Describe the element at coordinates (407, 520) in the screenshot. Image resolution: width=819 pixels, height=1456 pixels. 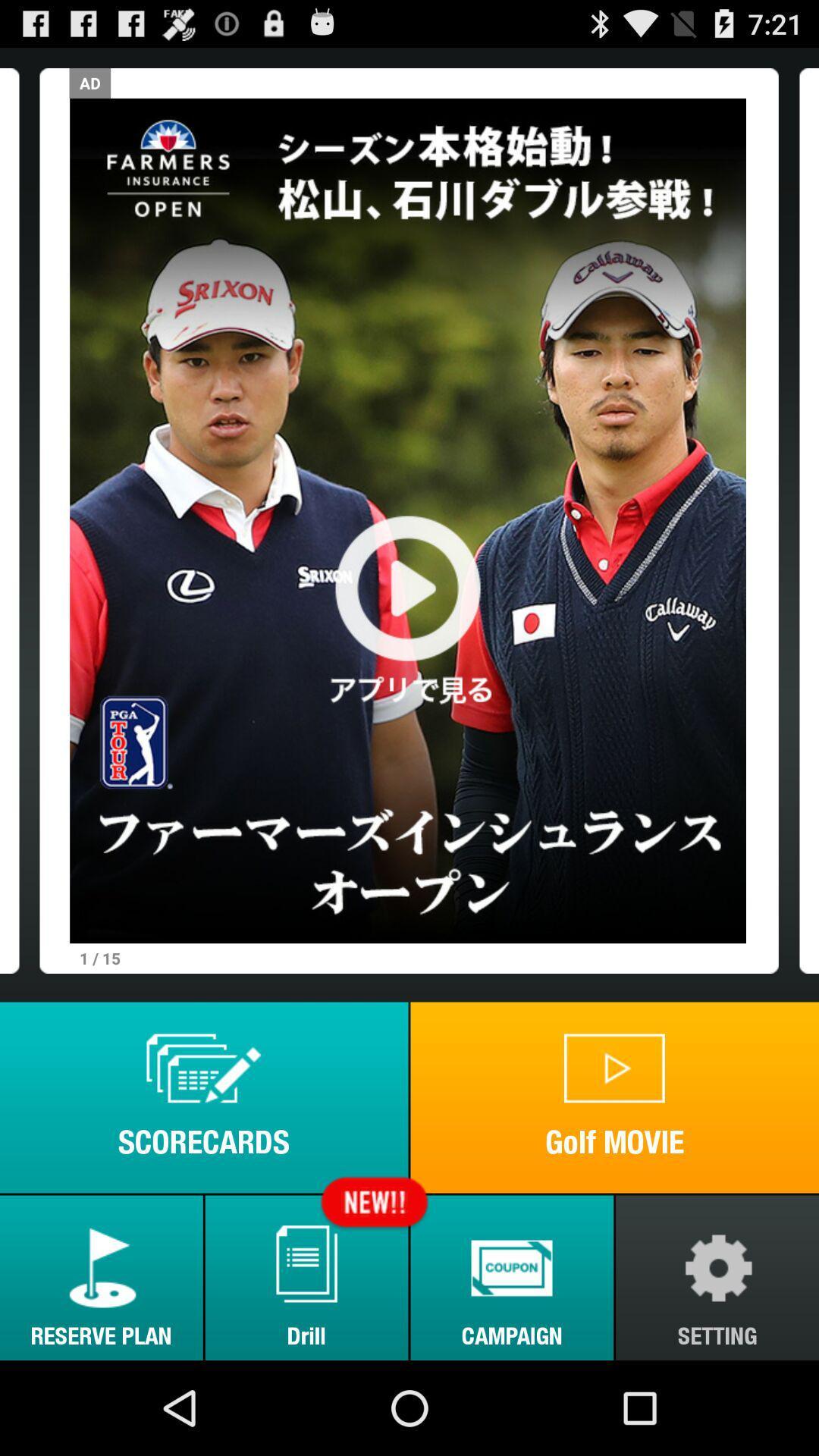
I see `video` at that location.